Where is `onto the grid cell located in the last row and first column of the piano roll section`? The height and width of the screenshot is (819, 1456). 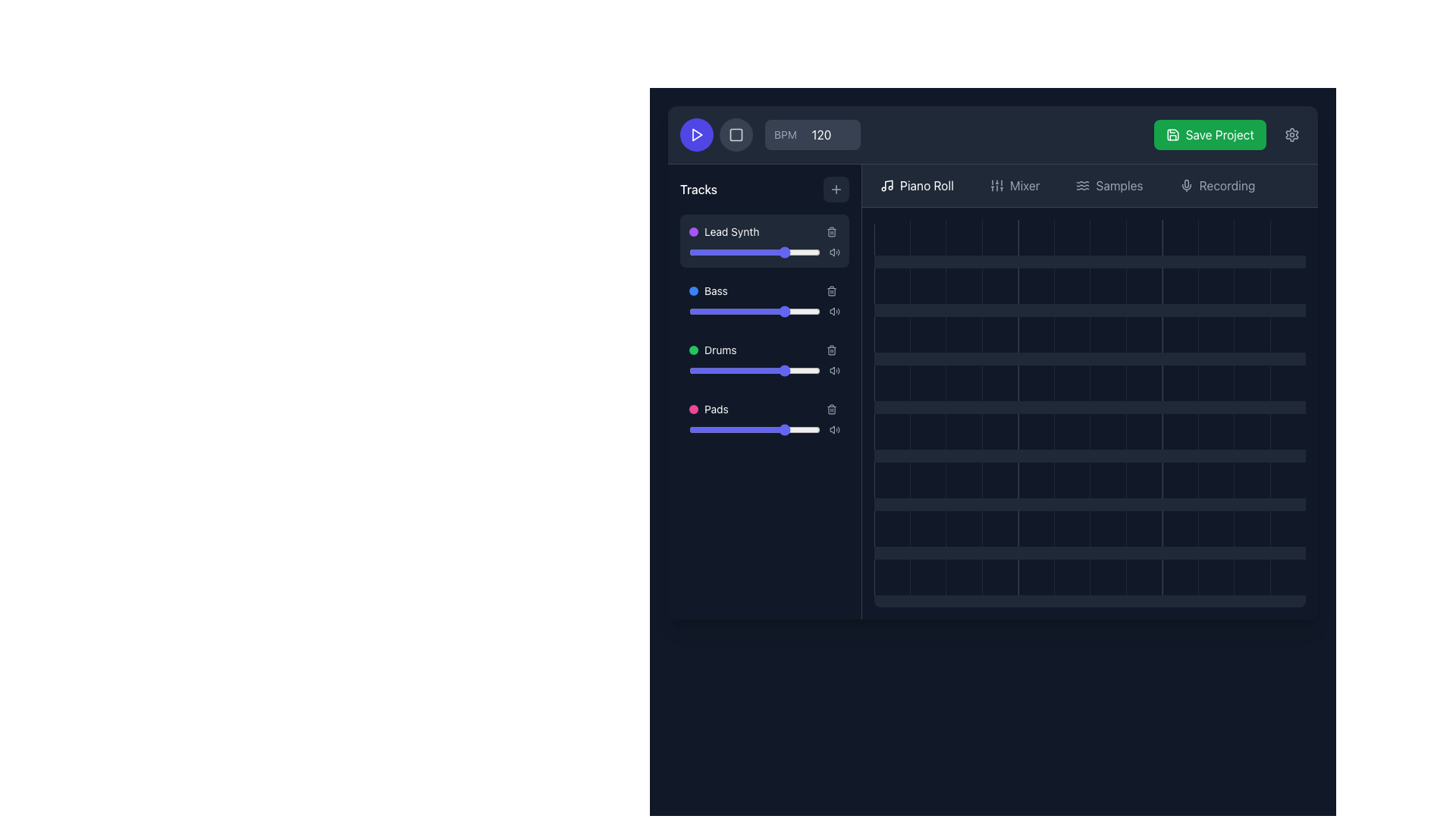
onto the grid cell located in the last row and first column of the piano roll section is located at coordinates (892, 528).